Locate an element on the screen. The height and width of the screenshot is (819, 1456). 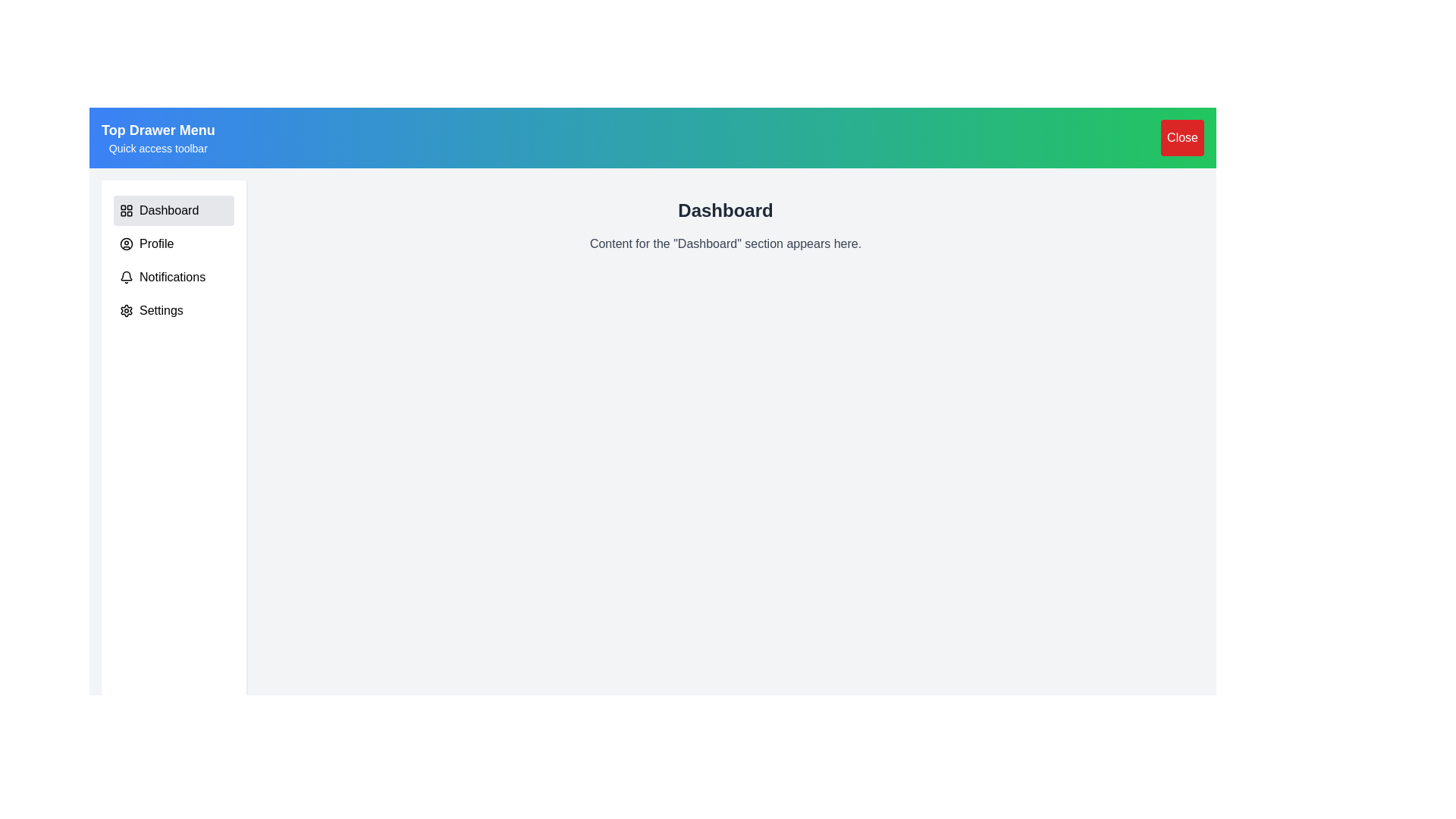
the 'Close' button to close the top drawer menu is located at coordinates (1181, 137).